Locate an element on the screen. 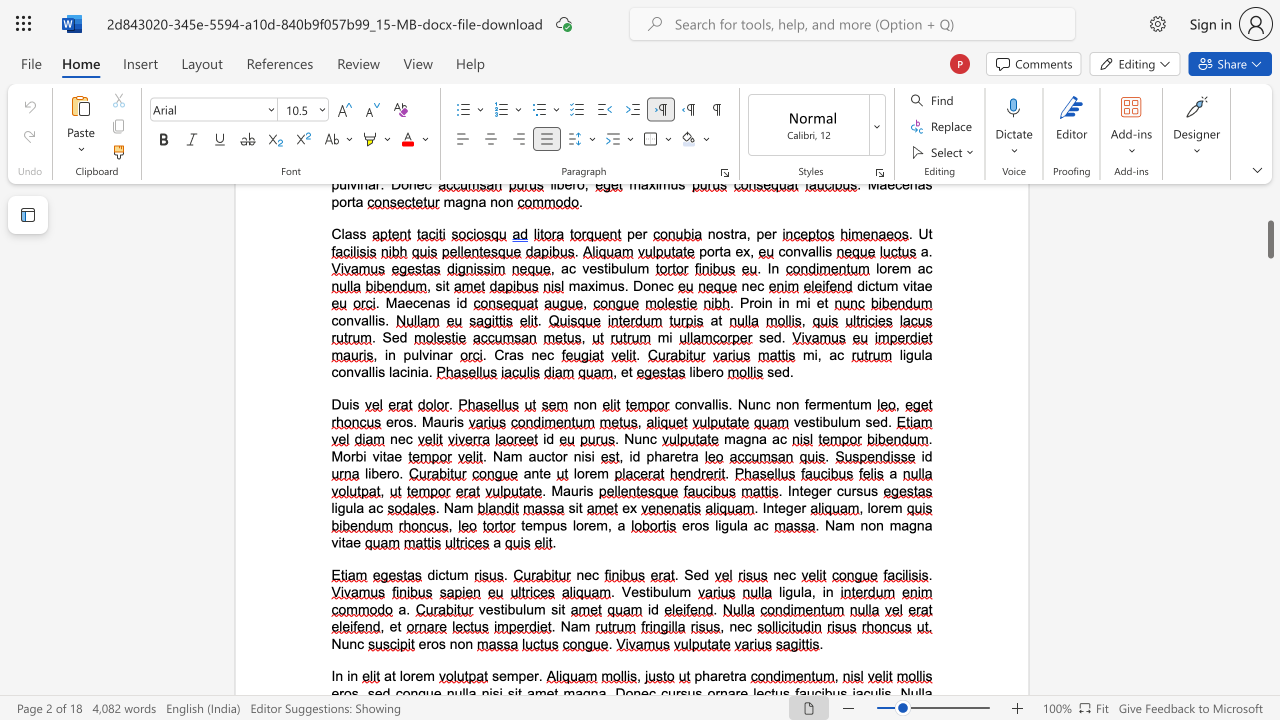  the 1th character "h" in the text is located at coordinates (706, 675).